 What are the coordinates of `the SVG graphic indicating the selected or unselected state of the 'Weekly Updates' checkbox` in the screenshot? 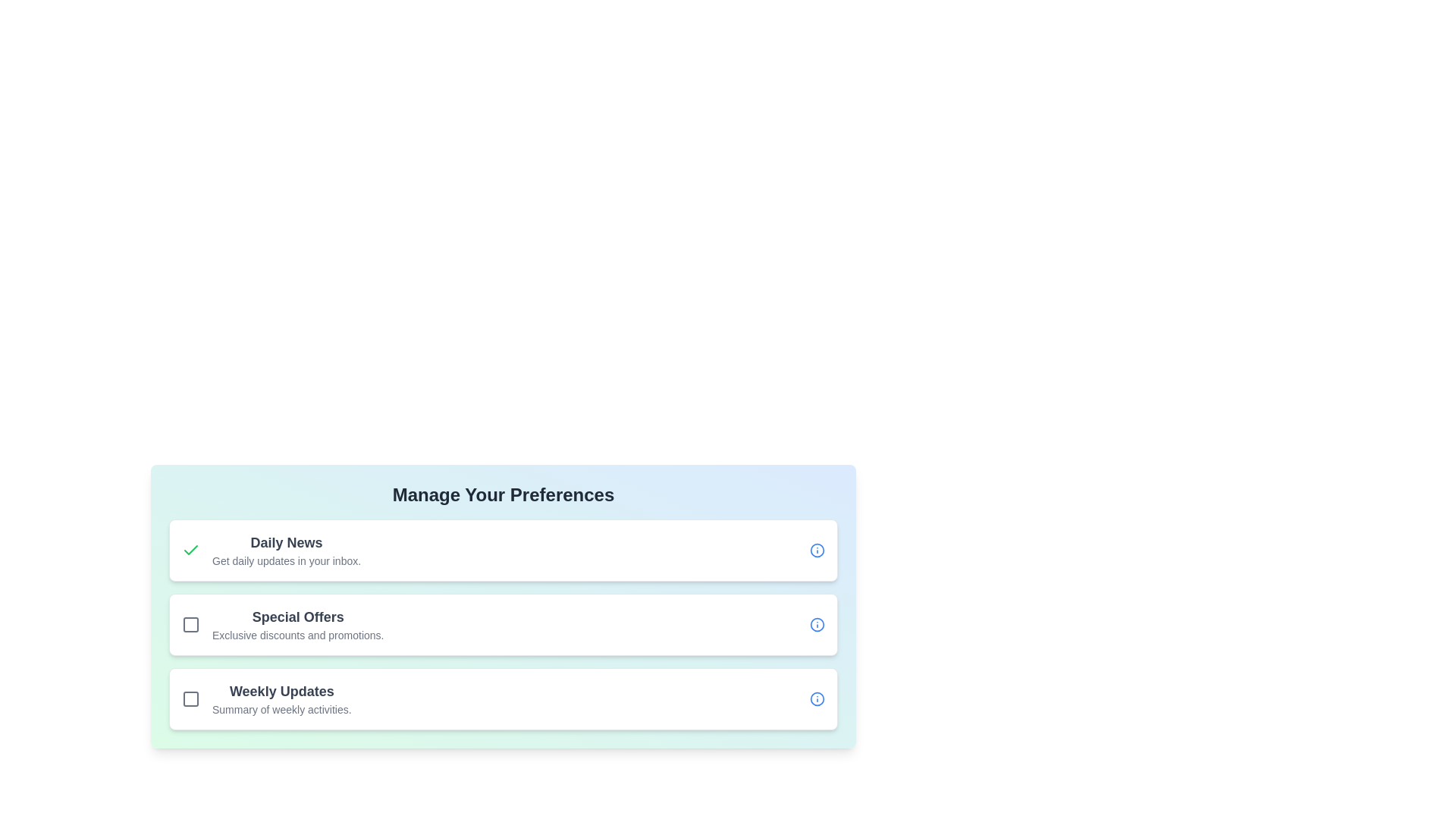 It's located at (190, 698).